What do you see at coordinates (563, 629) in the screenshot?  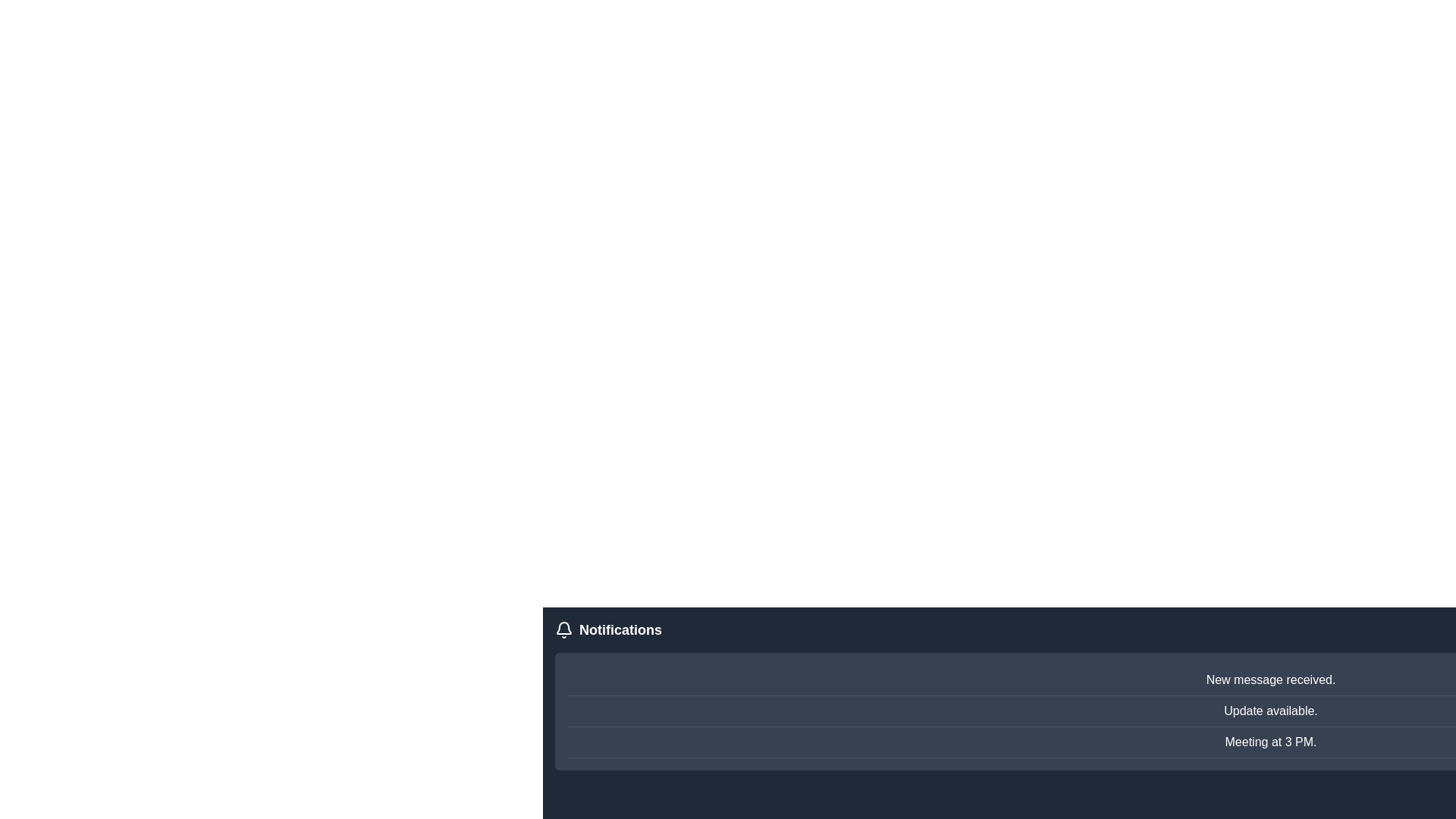 I see `the bell icon used for notifications` at bounding box center [563, 629].